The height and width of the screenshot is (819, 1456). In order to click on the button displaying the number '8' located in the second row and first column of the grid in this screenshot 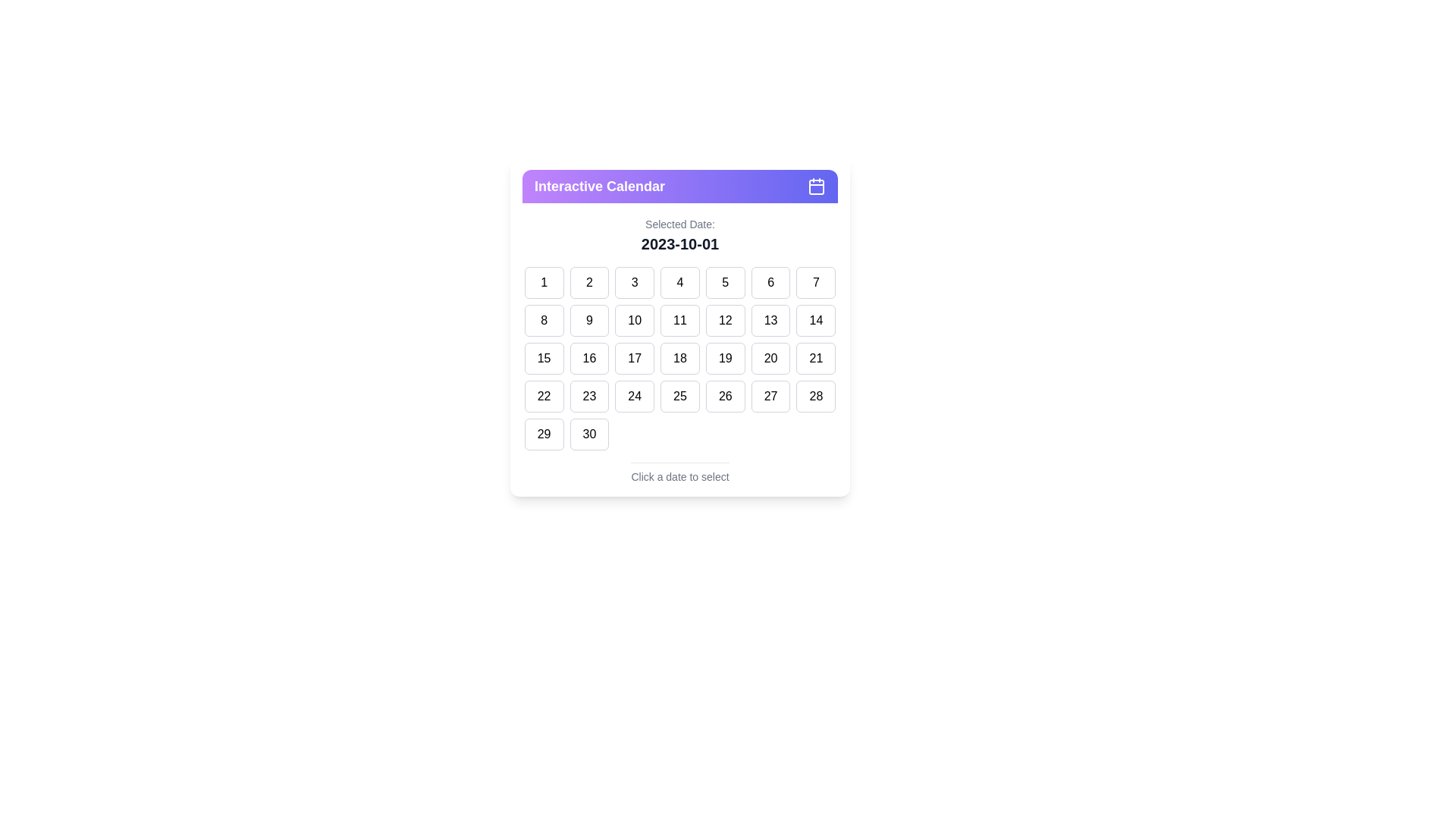, I will do `click(544, 320)`.